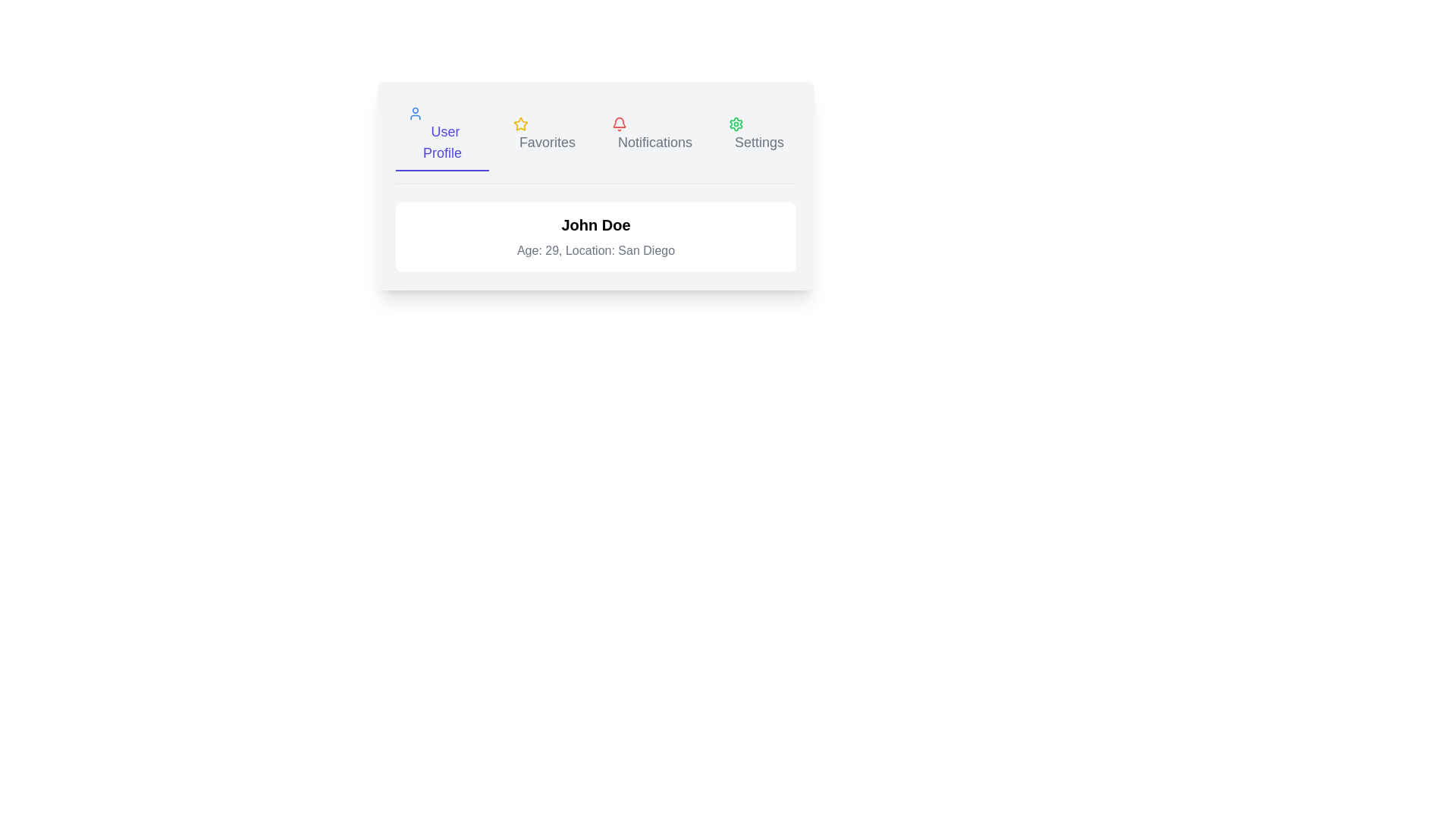  I want to click on the star icon located in the 'Favorites' section, positioned to the left of the 'Favorites' label, so click(520, 124).